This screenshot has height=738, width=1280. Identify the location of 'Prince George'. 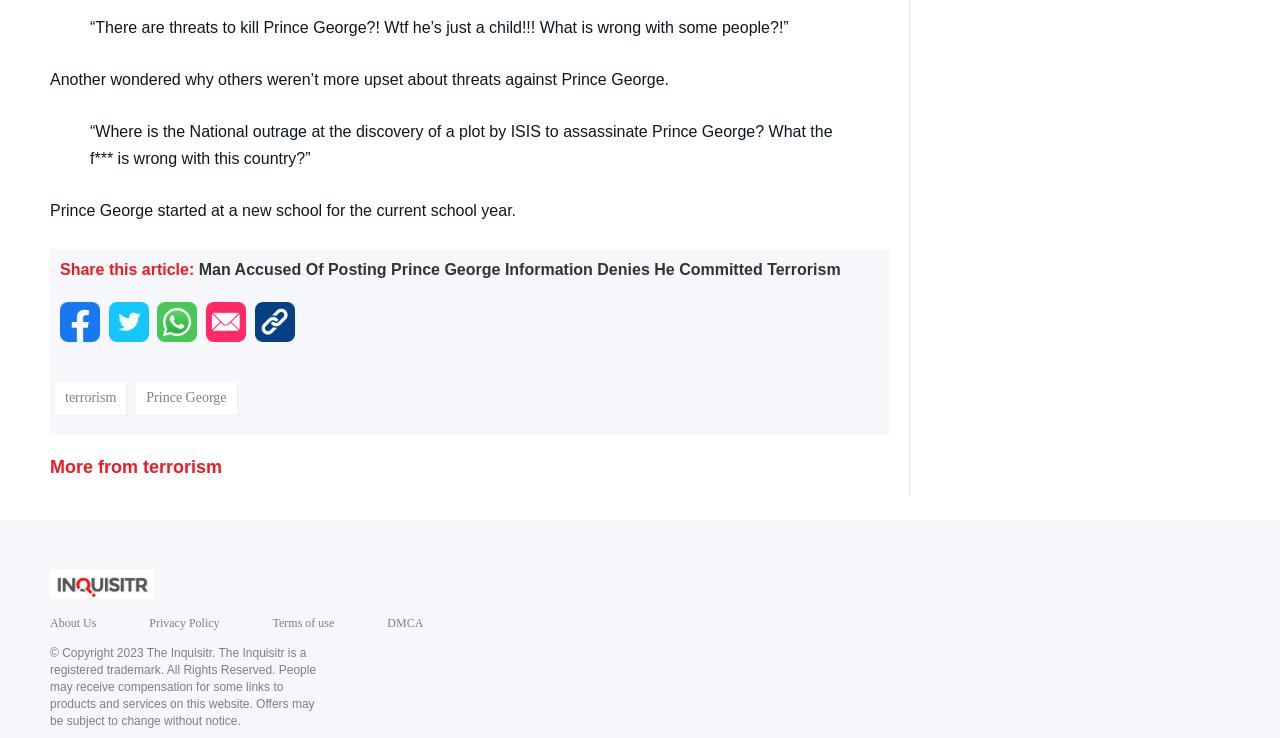
(185, 395).